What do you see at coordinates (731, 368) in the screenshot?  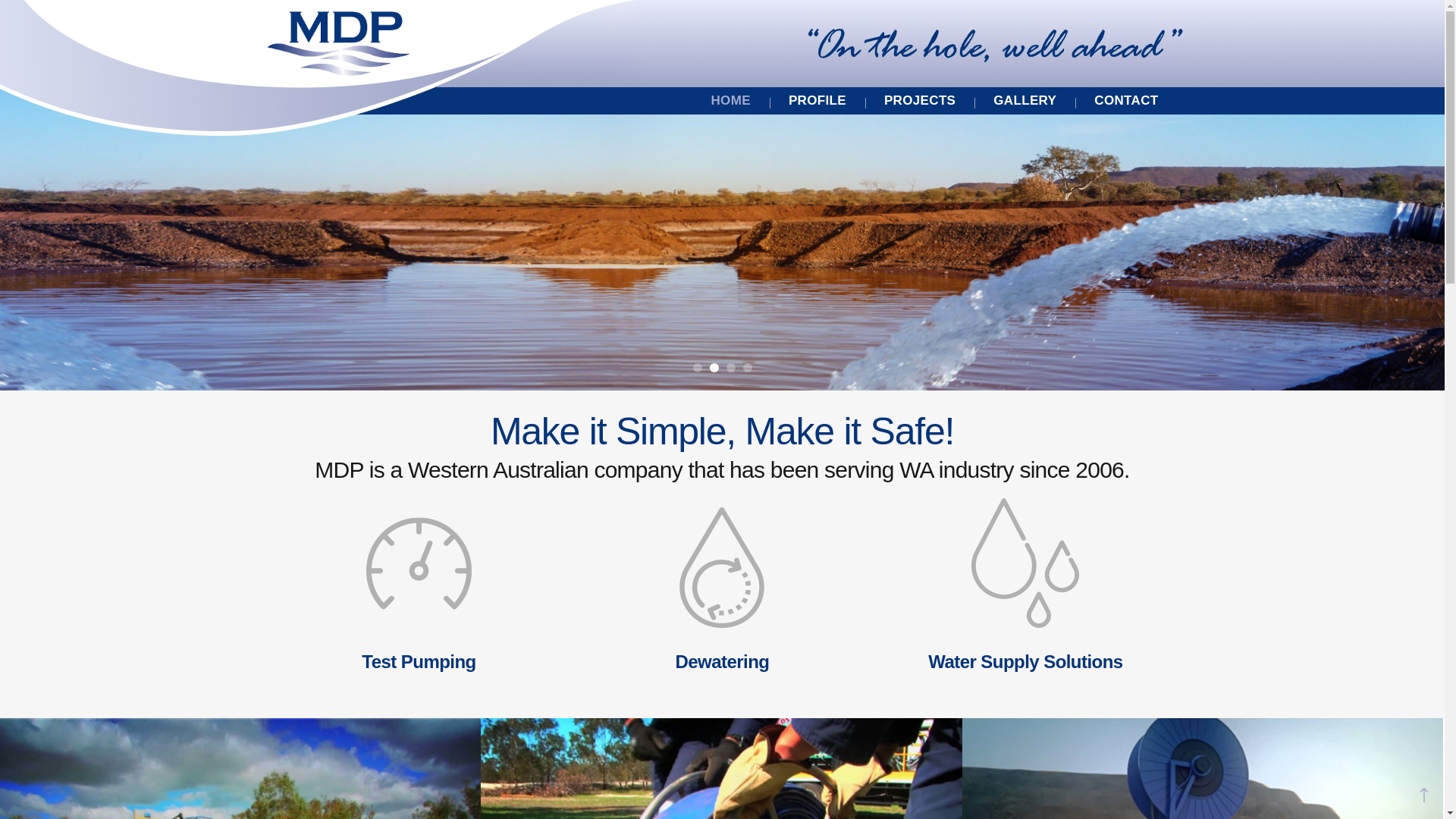 I see `'3'` at bounding box center [731, 368].